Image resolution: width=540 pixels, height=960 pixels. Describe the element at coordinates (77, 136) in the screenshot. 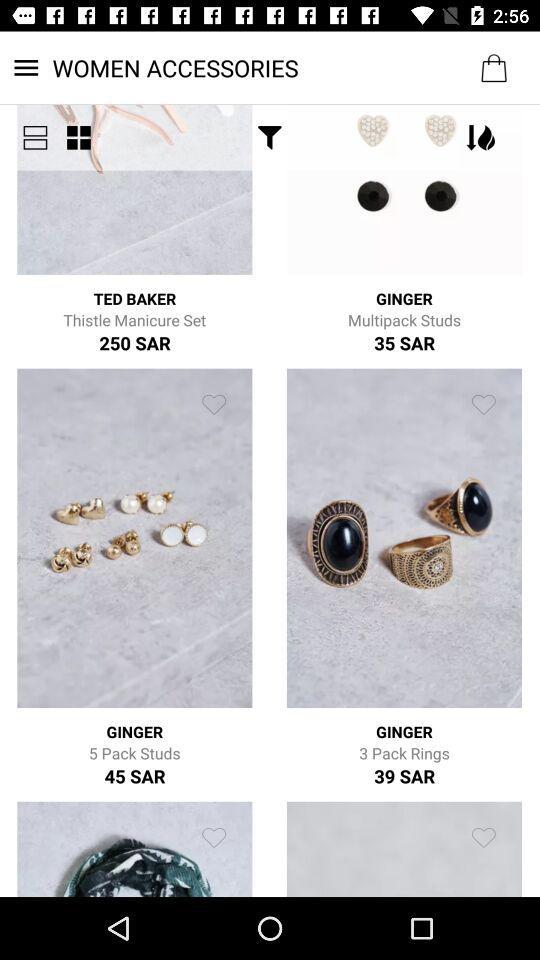

I see `the icon above the ted baker` at that location.